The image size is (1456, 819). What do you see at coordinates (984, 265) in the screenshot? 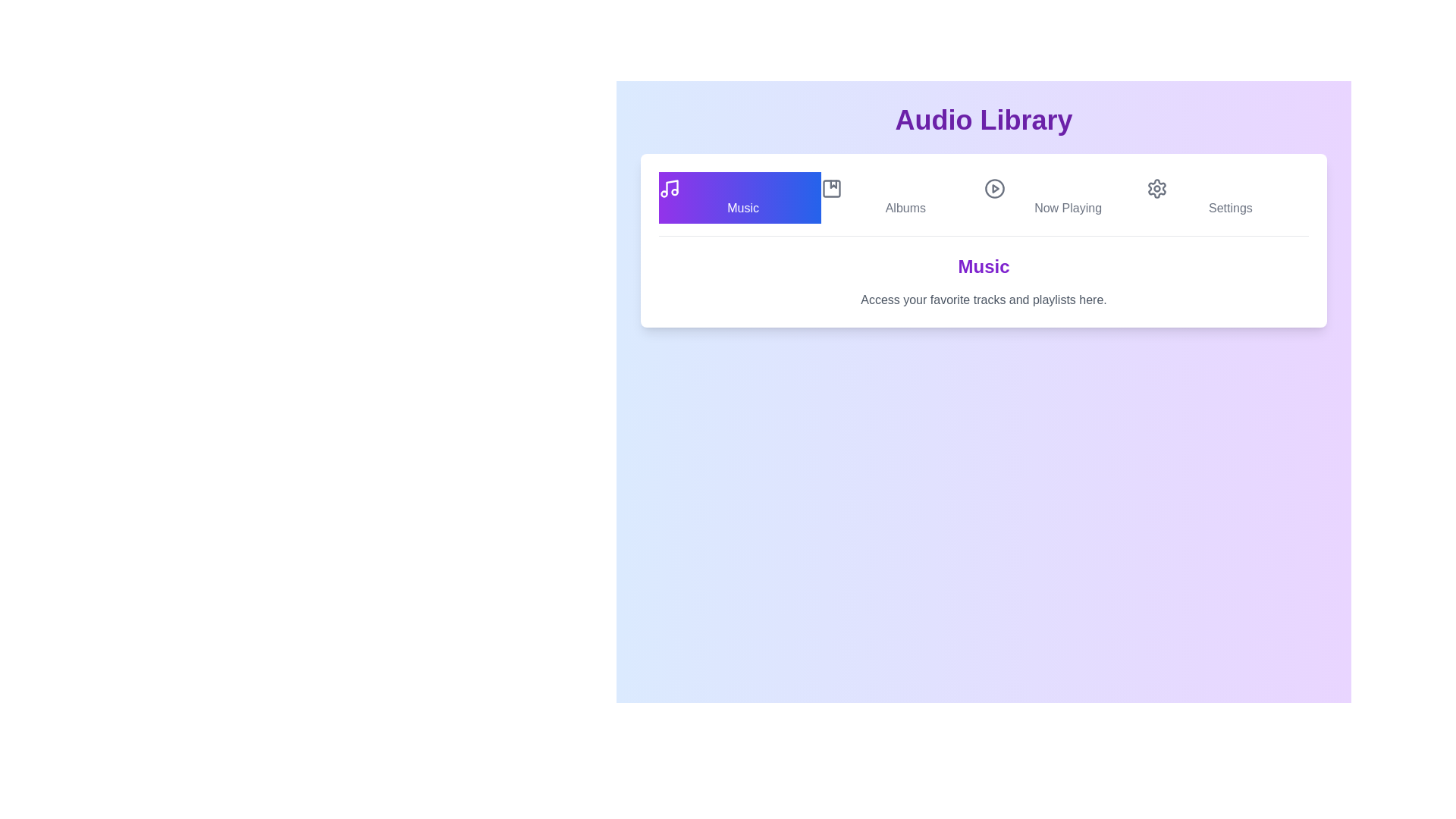
I see `the bold, centered text displaying 'Music' in a large purple font, which is positioned beneath the navigation menu's 'Music' section` at bounding box center [984, 265].